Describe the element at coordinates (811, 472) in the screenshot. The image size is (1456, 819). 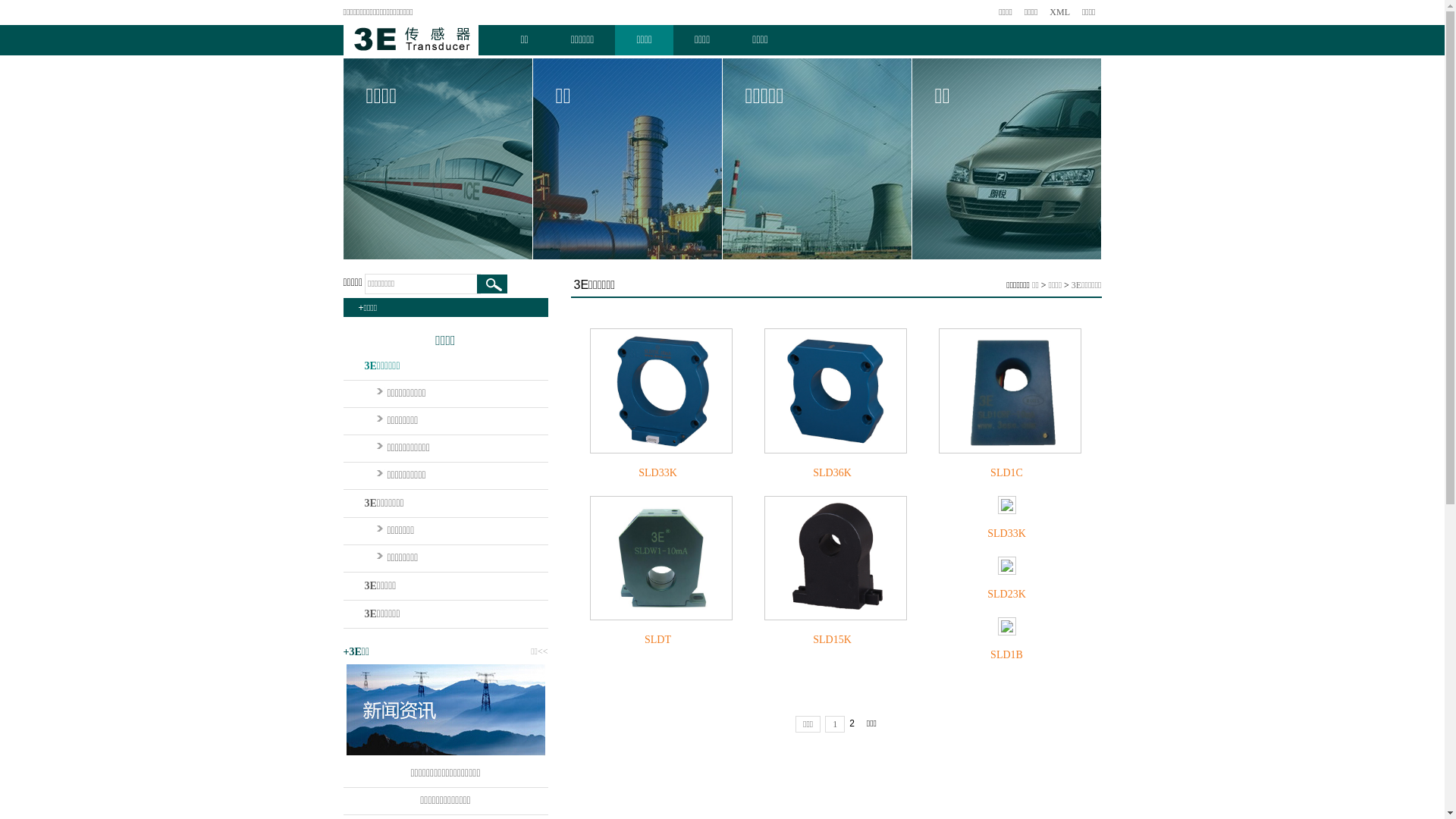
I see `'SLD36K'` at that location.